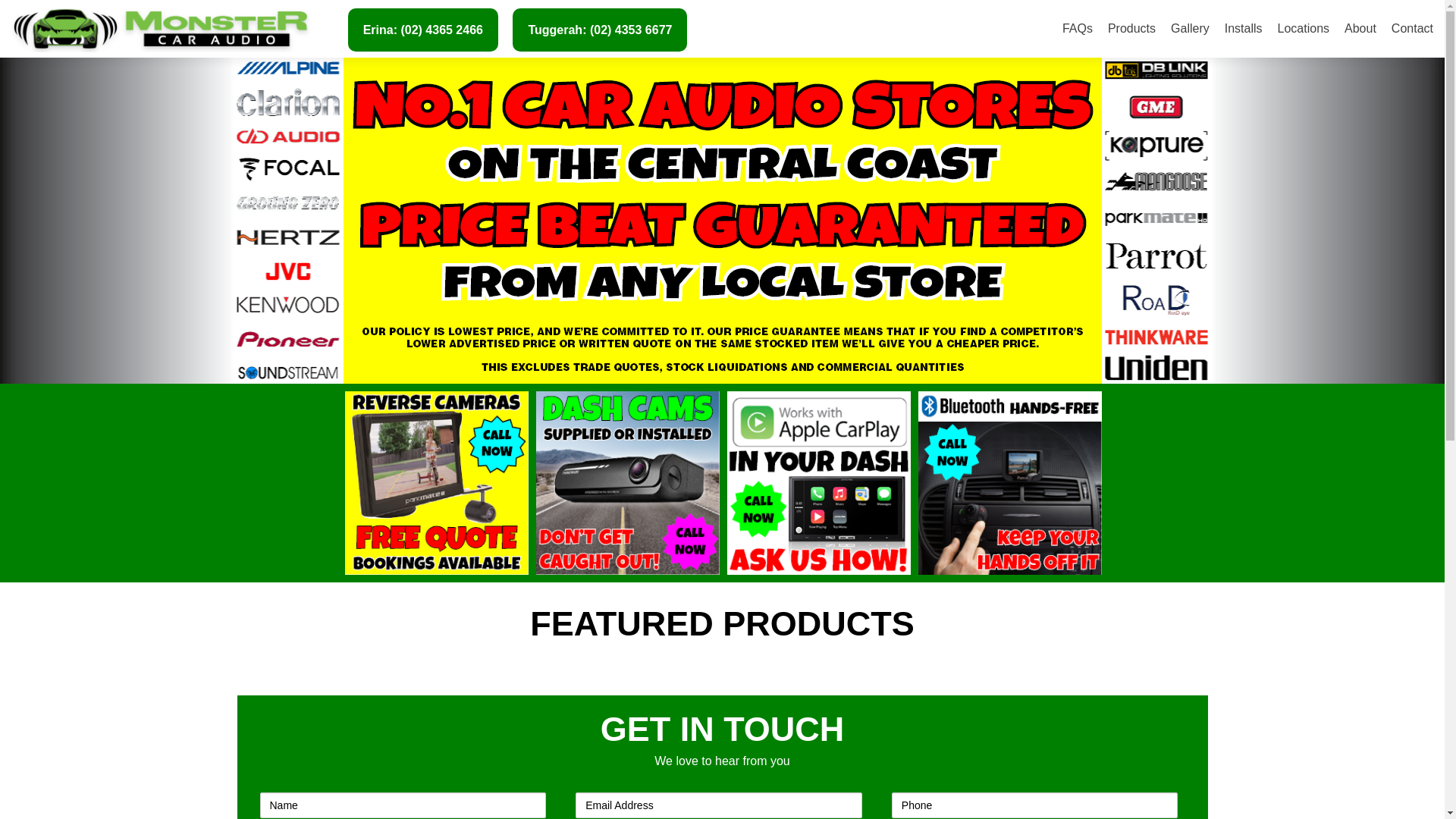 The width and height of the screenshot is (1456, 819). I want to click on 'Installs', so click(1224, 28).